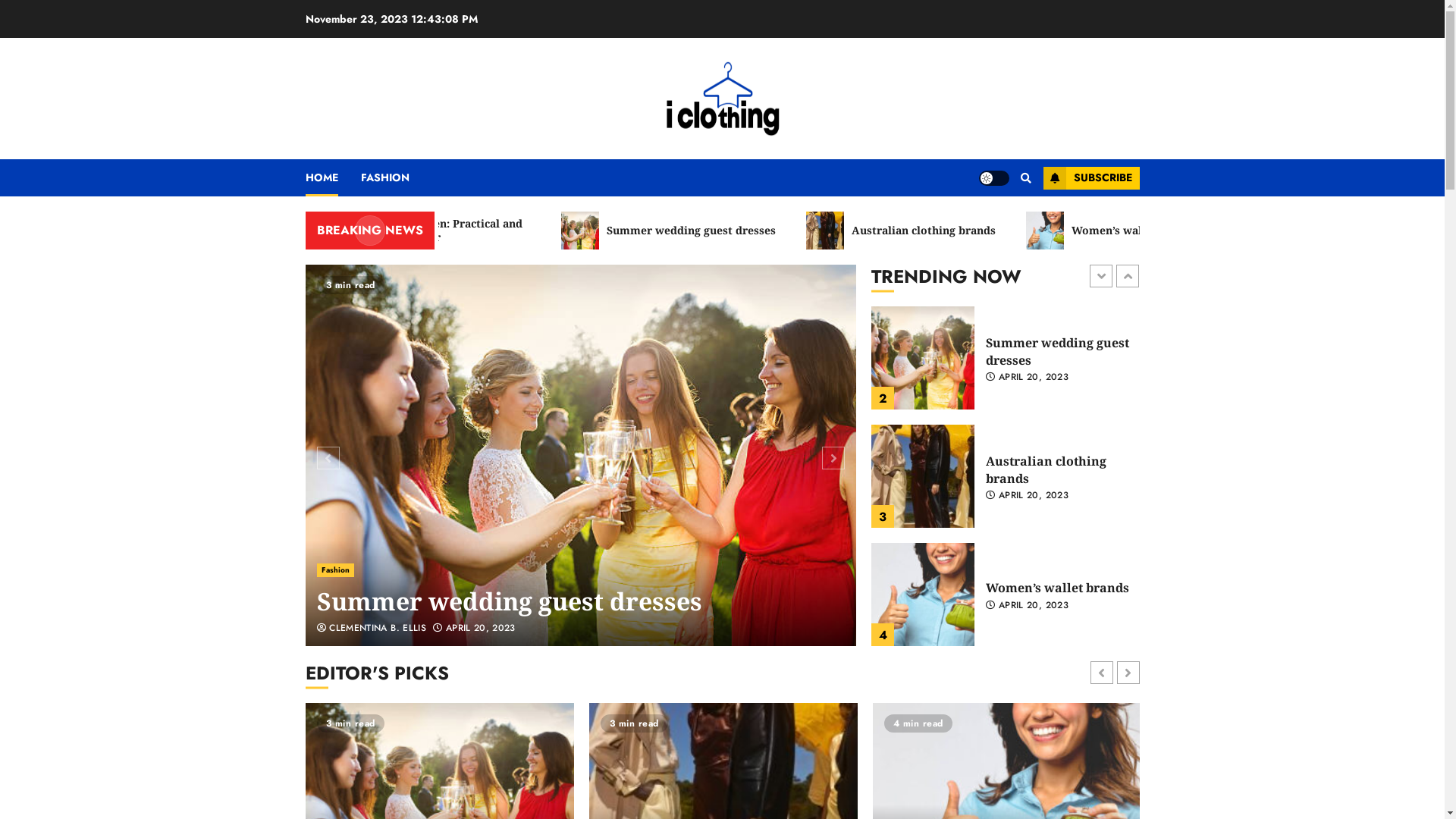  What do you see at coordinates (1090, 177) in the screenshot?
I see `'SUBSCRIBE'` at bounding box center [1090, 177].